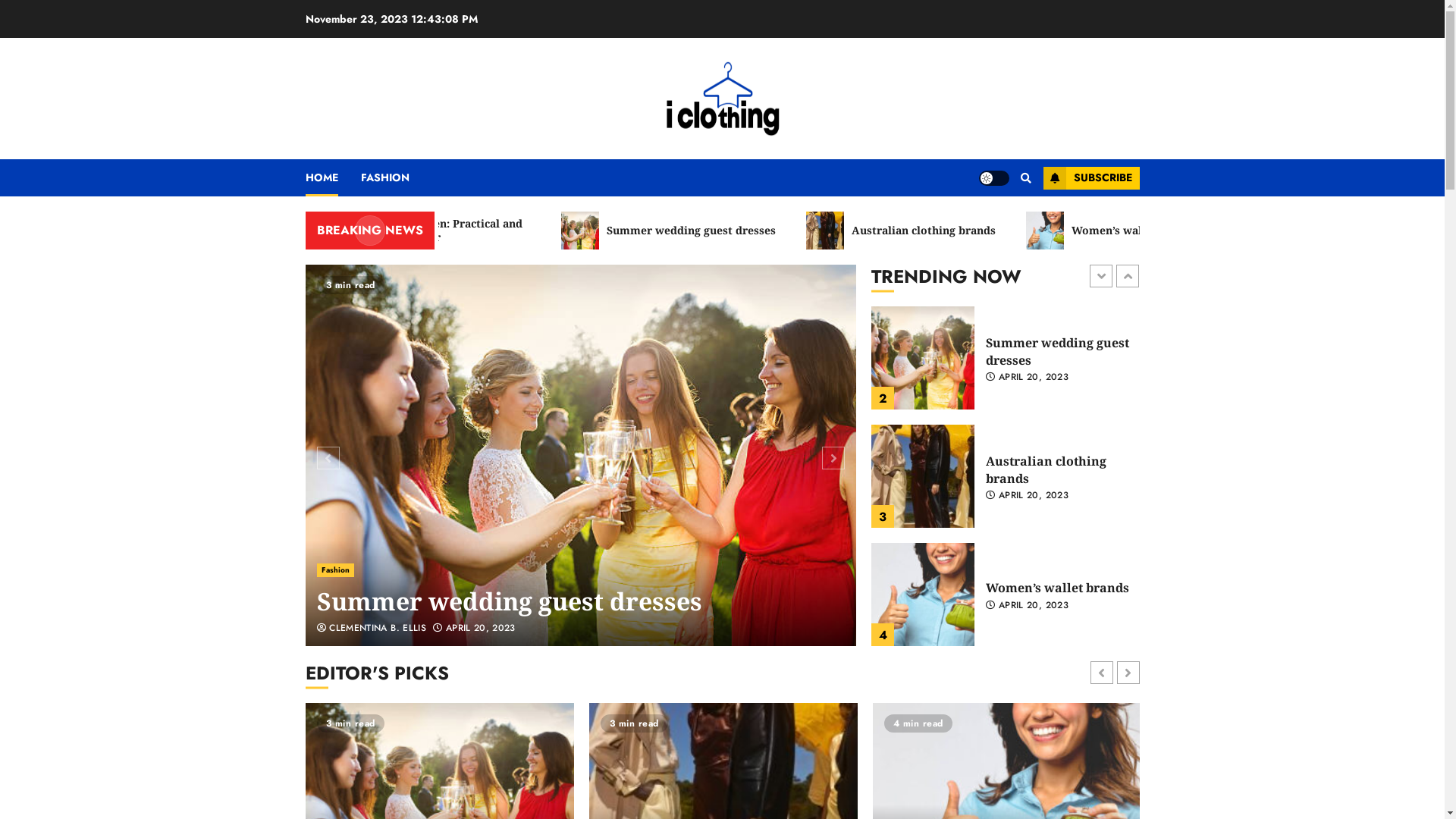  What do you see at coordinates (1090, 177) in the screenshot?
I see `'SUBSCRIBE'` at bounding box center [1090, 177].